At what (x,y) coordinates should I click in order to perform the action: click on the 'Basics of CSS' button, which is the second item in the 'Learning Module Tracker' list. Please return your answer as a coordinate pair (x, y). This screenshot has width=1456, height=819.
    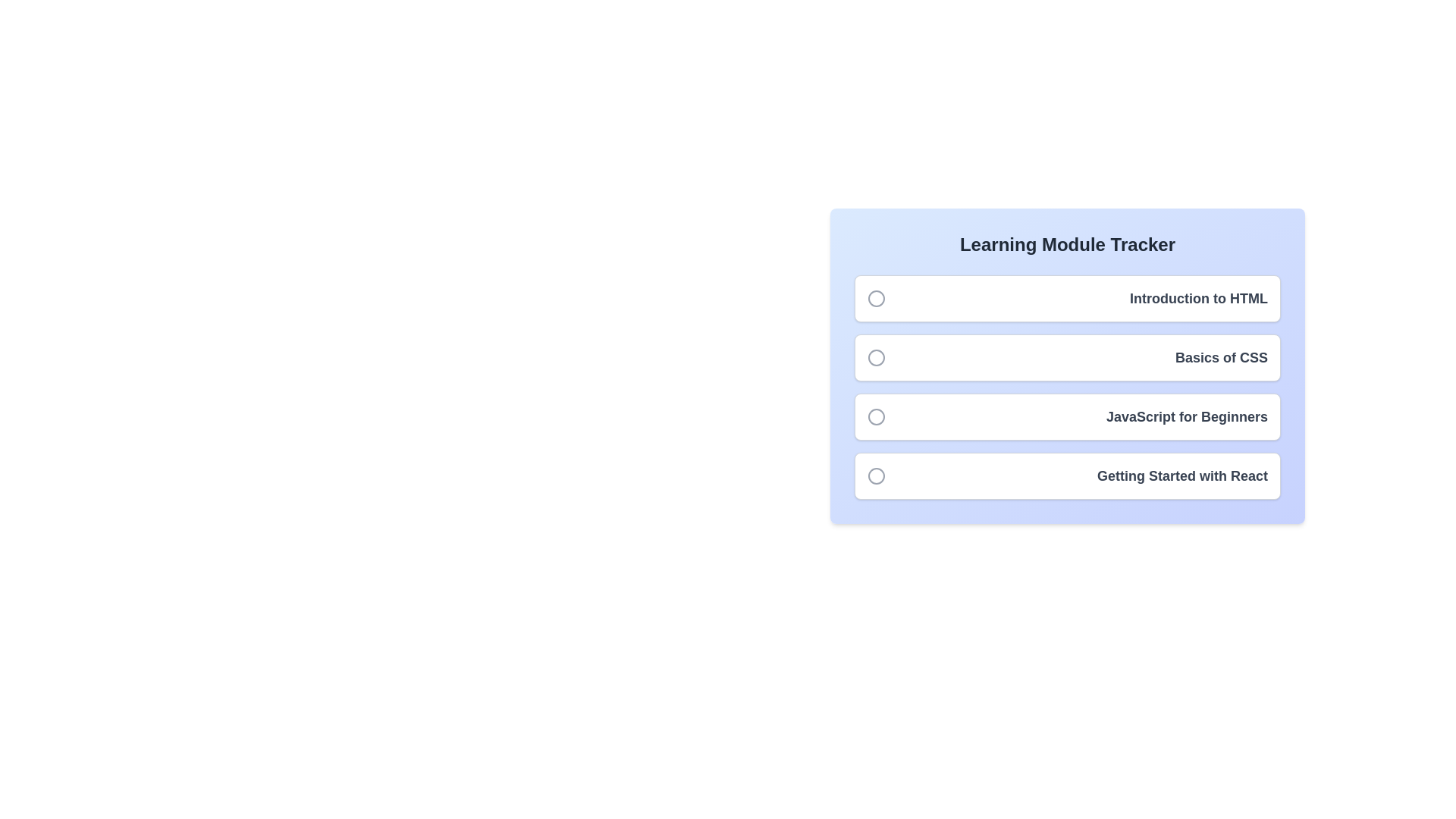
    Looking at the image, I should click on (1066, 366).